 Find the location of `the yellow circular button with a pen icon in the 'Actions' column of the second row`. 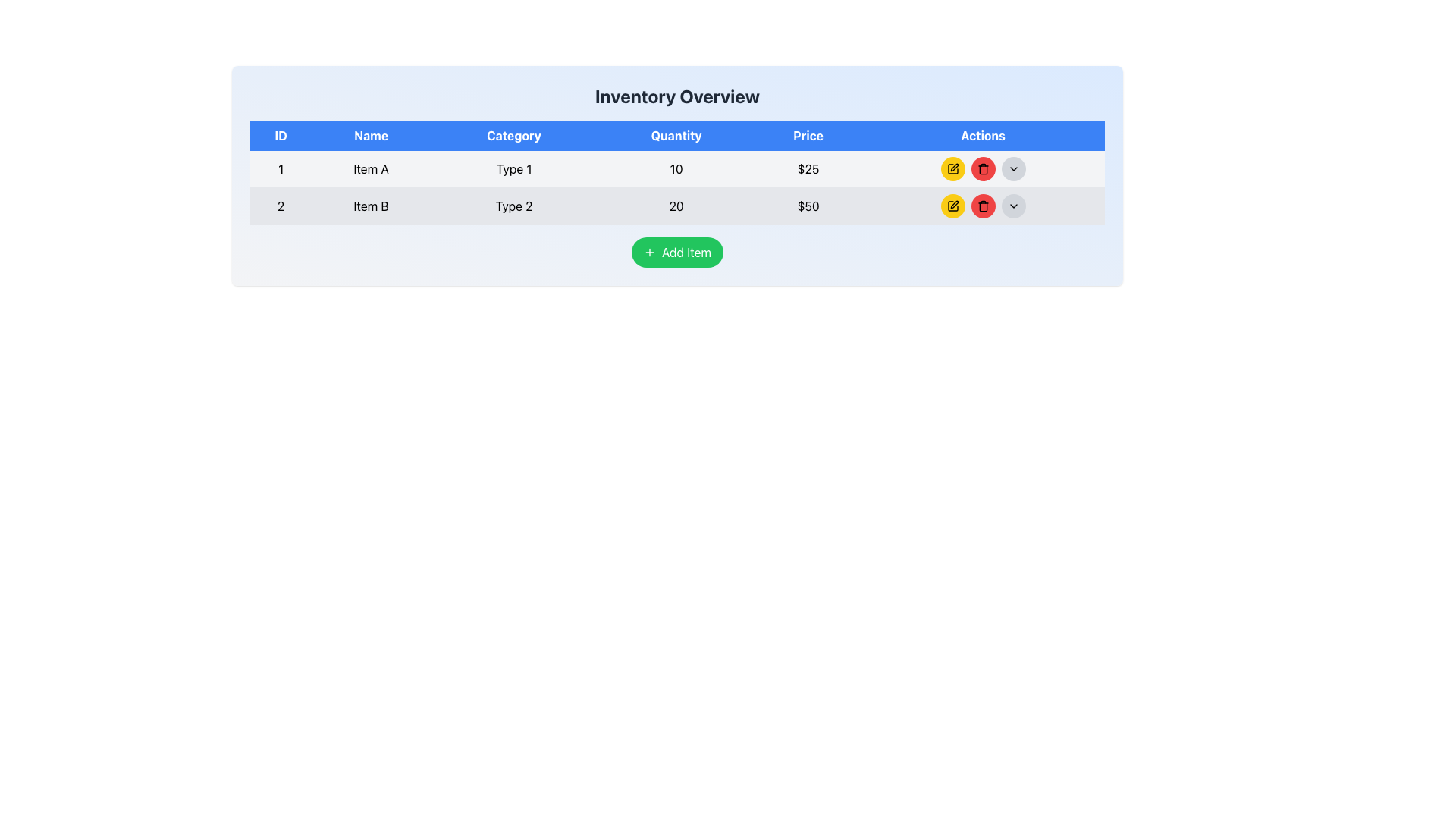

the yellow circular button with a pen icon in the 'Actions' column of the second row is located at coordinates (952, 206).